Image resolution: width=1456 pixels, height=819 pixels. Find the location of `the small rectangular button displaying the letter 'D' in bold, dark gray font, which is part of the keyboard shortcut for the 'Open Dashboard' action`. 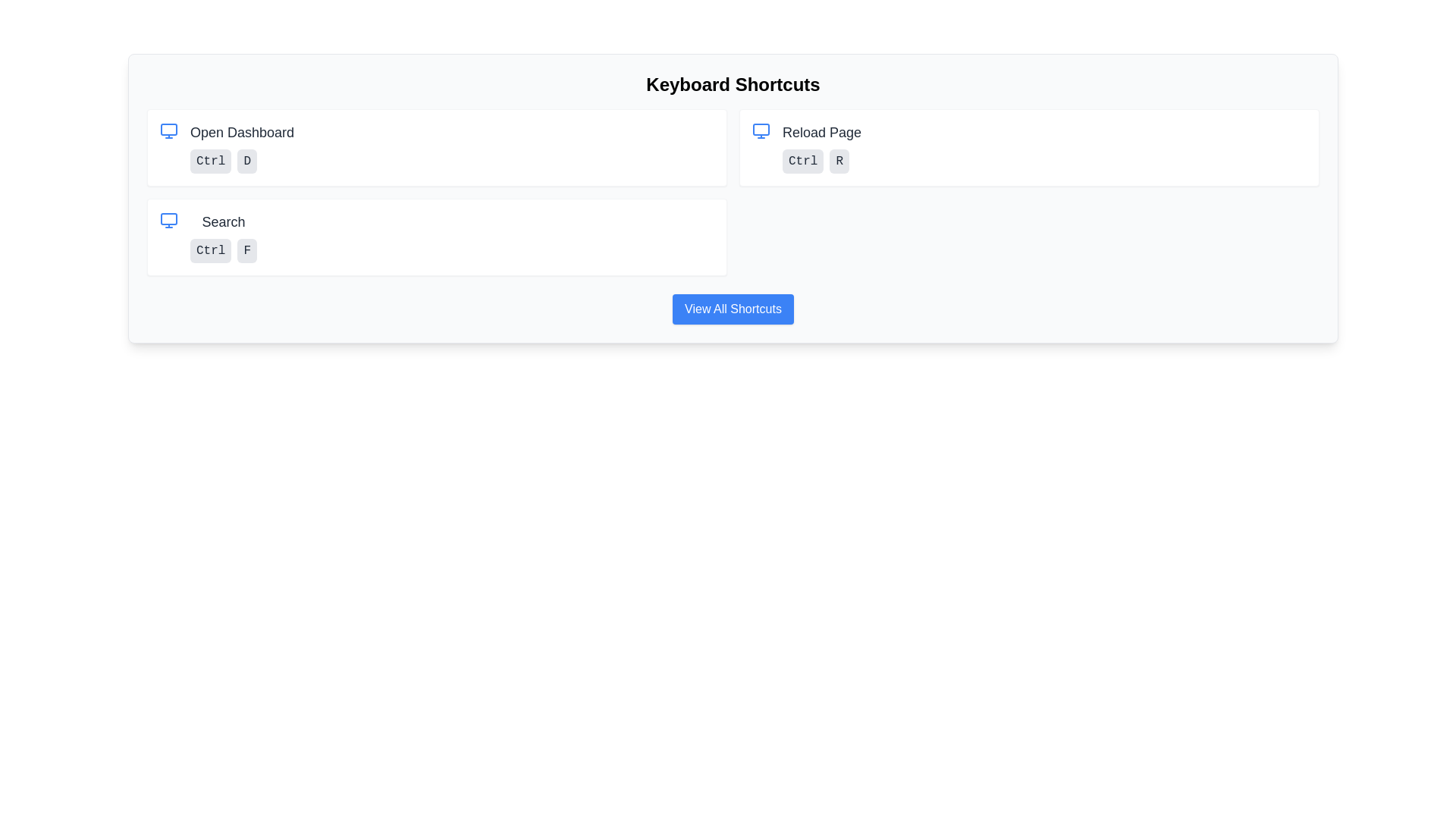

the small rectangular button displaying the letter 'D' in bold, dark gray font, which is part of the keyboard shortcut for the 'Open Dashboard' action is located at coordinates (247, 161).